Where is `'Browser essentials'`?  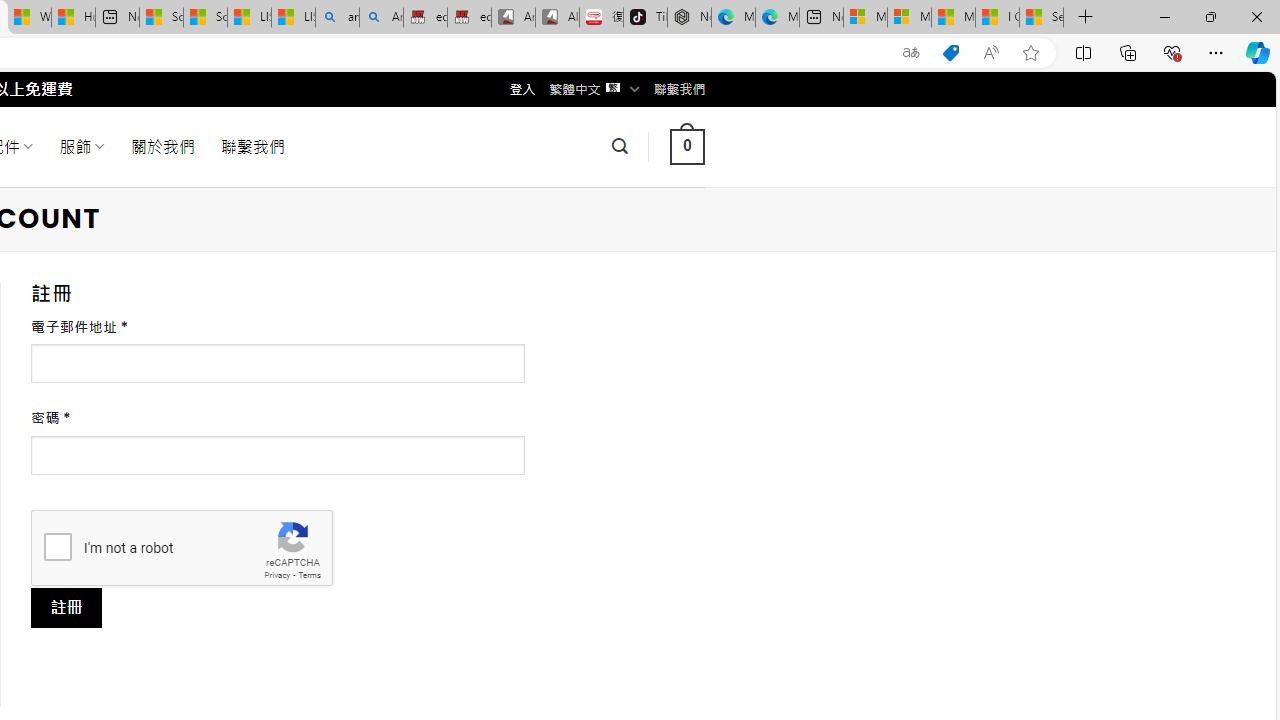
'Browser essentials' is located at coordinates (1171, 51).